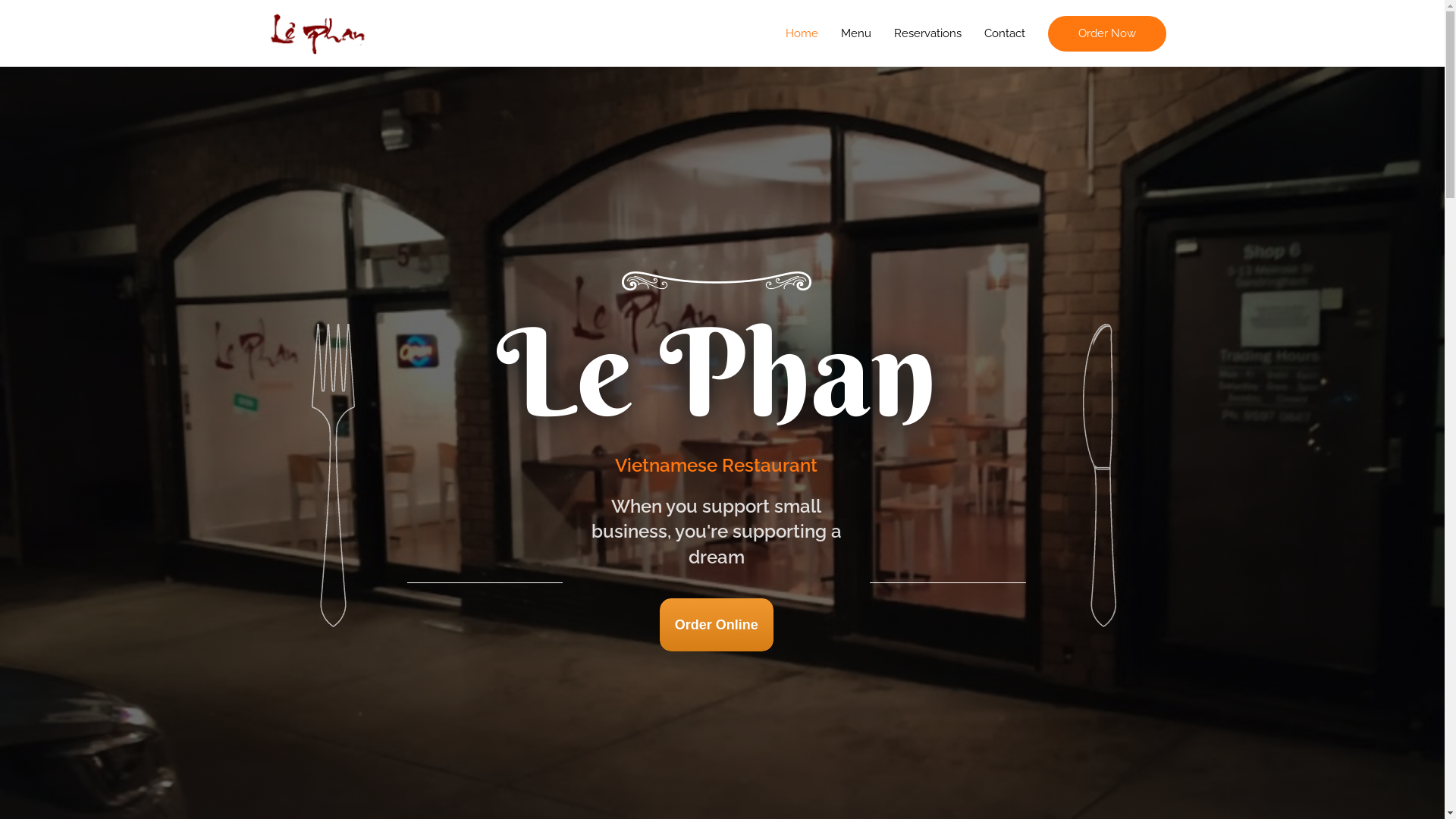 The image size is (1456, 819). What do you see at coordinates (800, 33) in the screenshot?
I see `'Home'` at bounding box center [800, 33].